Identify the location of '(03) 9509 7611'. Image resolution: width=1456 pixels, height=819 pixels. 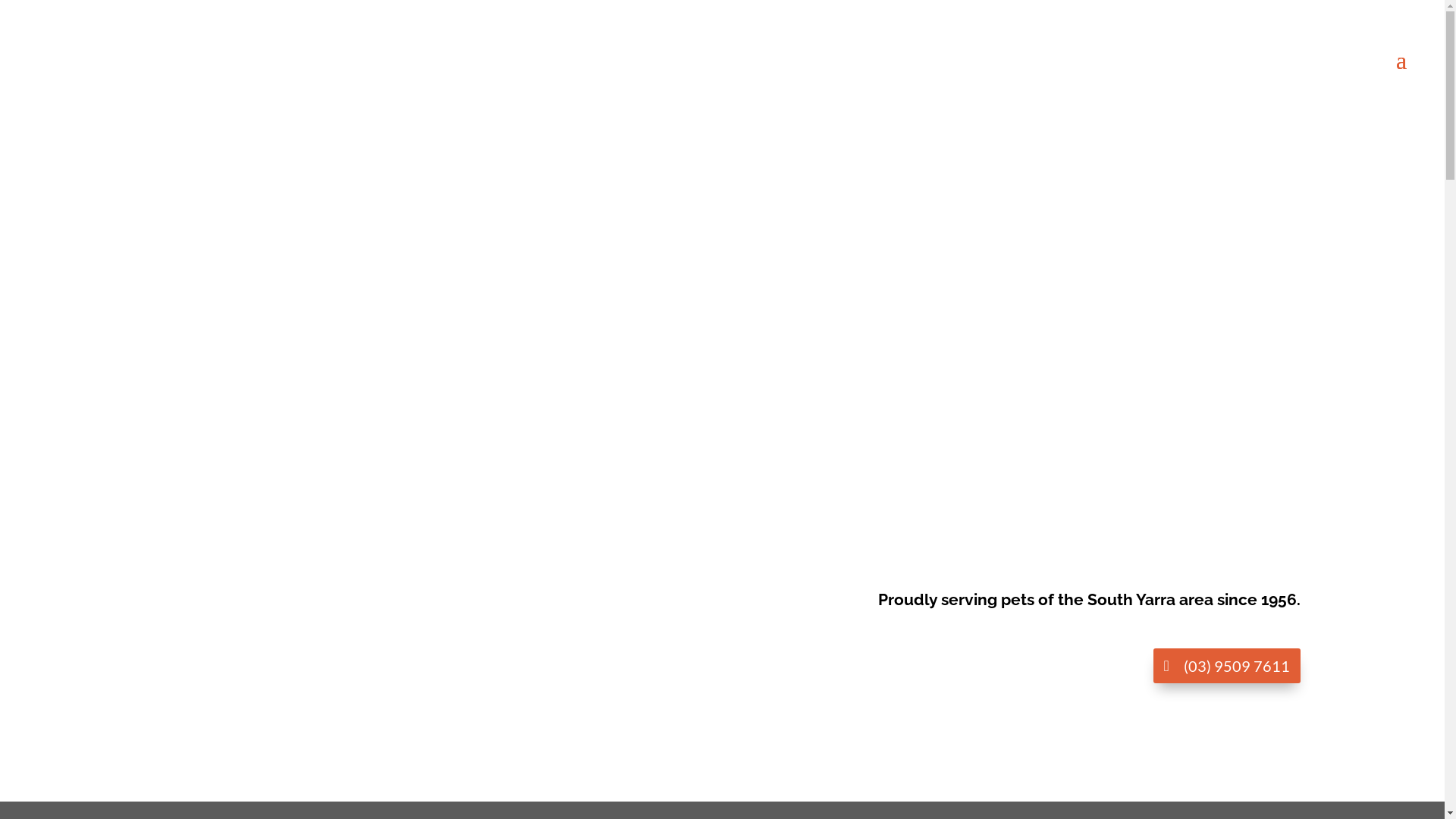
(1153, 665).